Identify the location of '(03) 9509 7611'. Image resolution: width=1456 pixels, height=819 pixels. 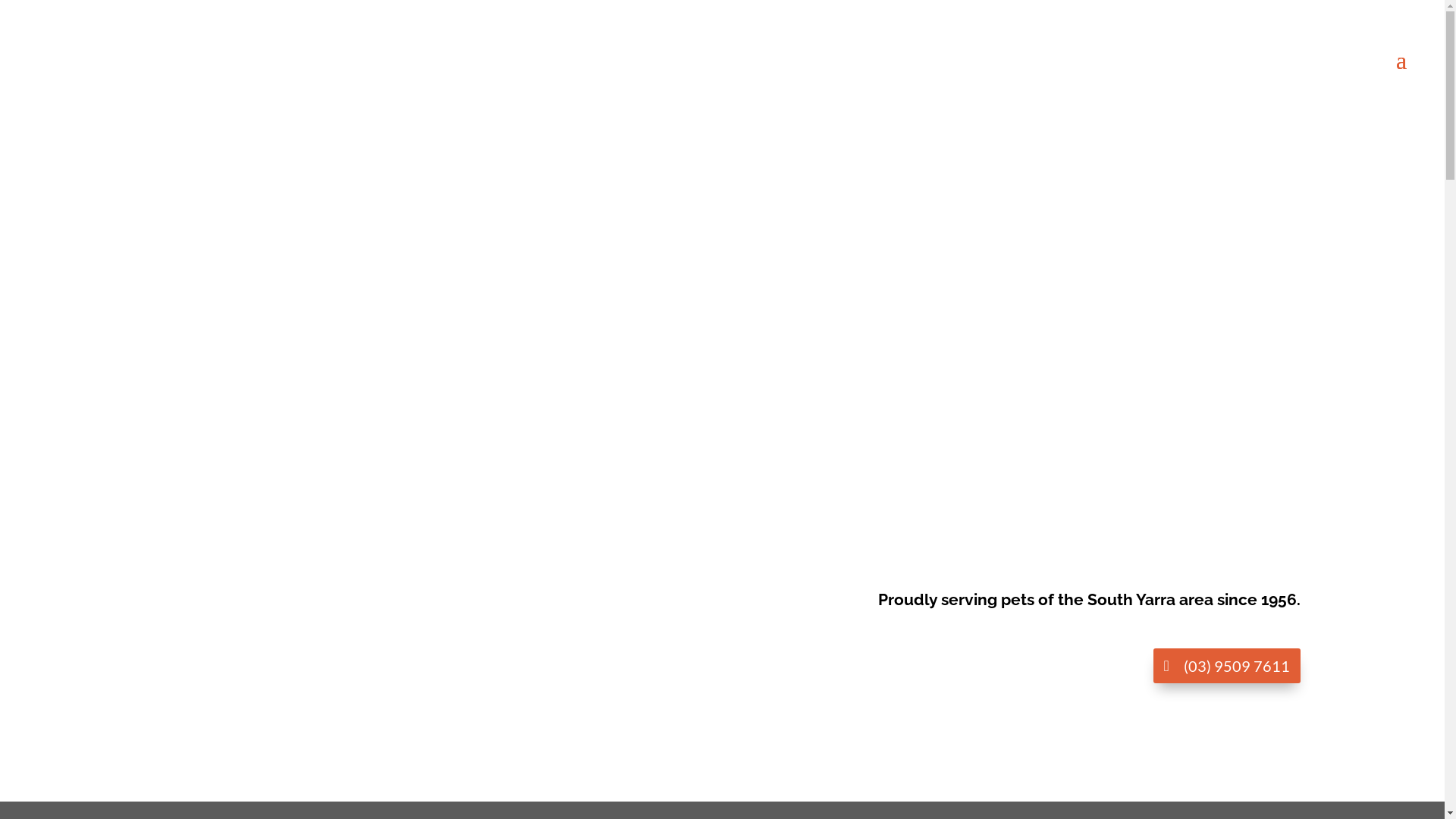
(1153, 665).